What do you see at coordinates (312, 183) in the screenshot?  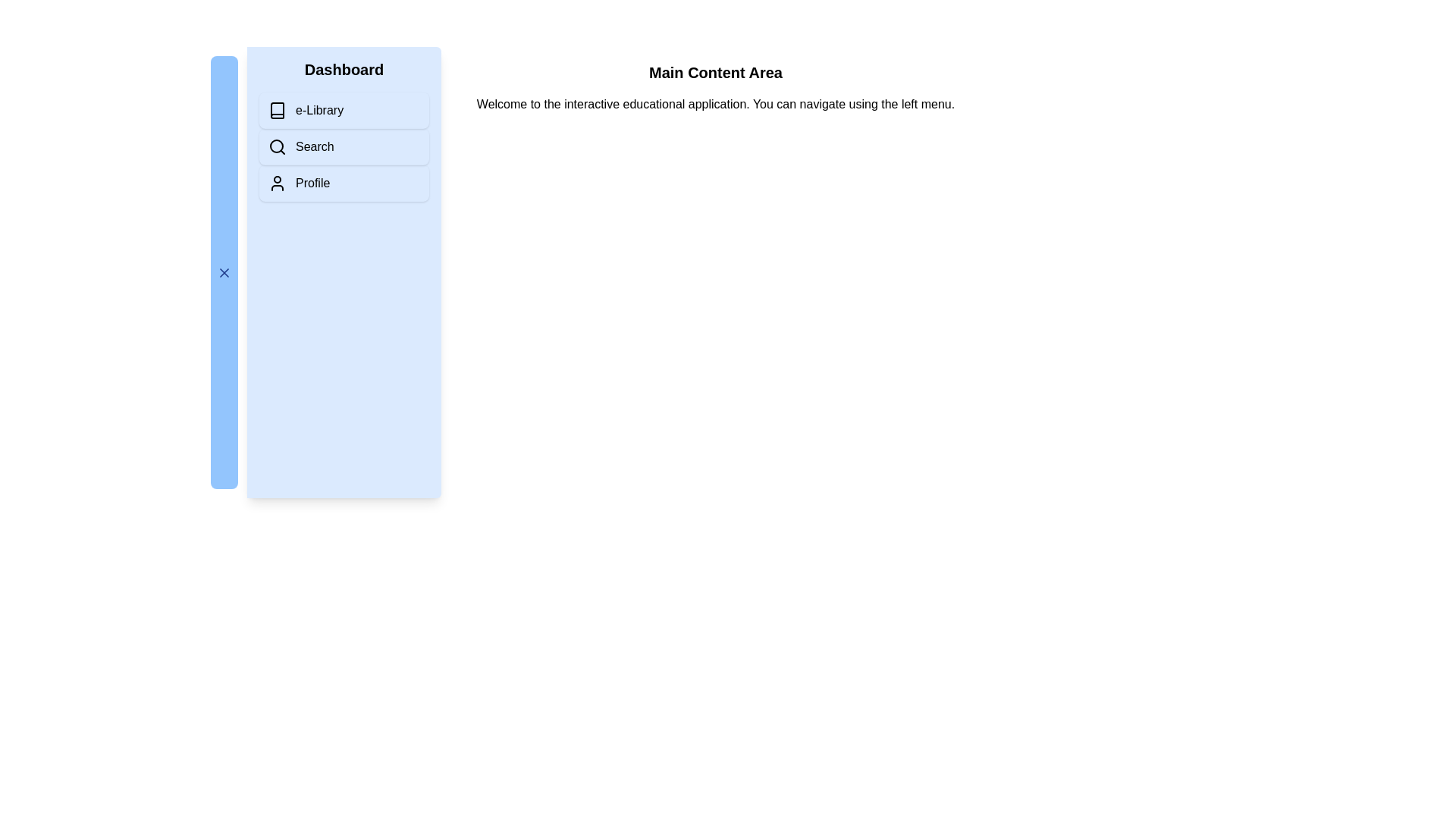 I see `the 'Profile' text label in the left sidebar navigation menu, which is the third item in the stack, to potentially reveal more options or information` at bounding box center [312, 183].